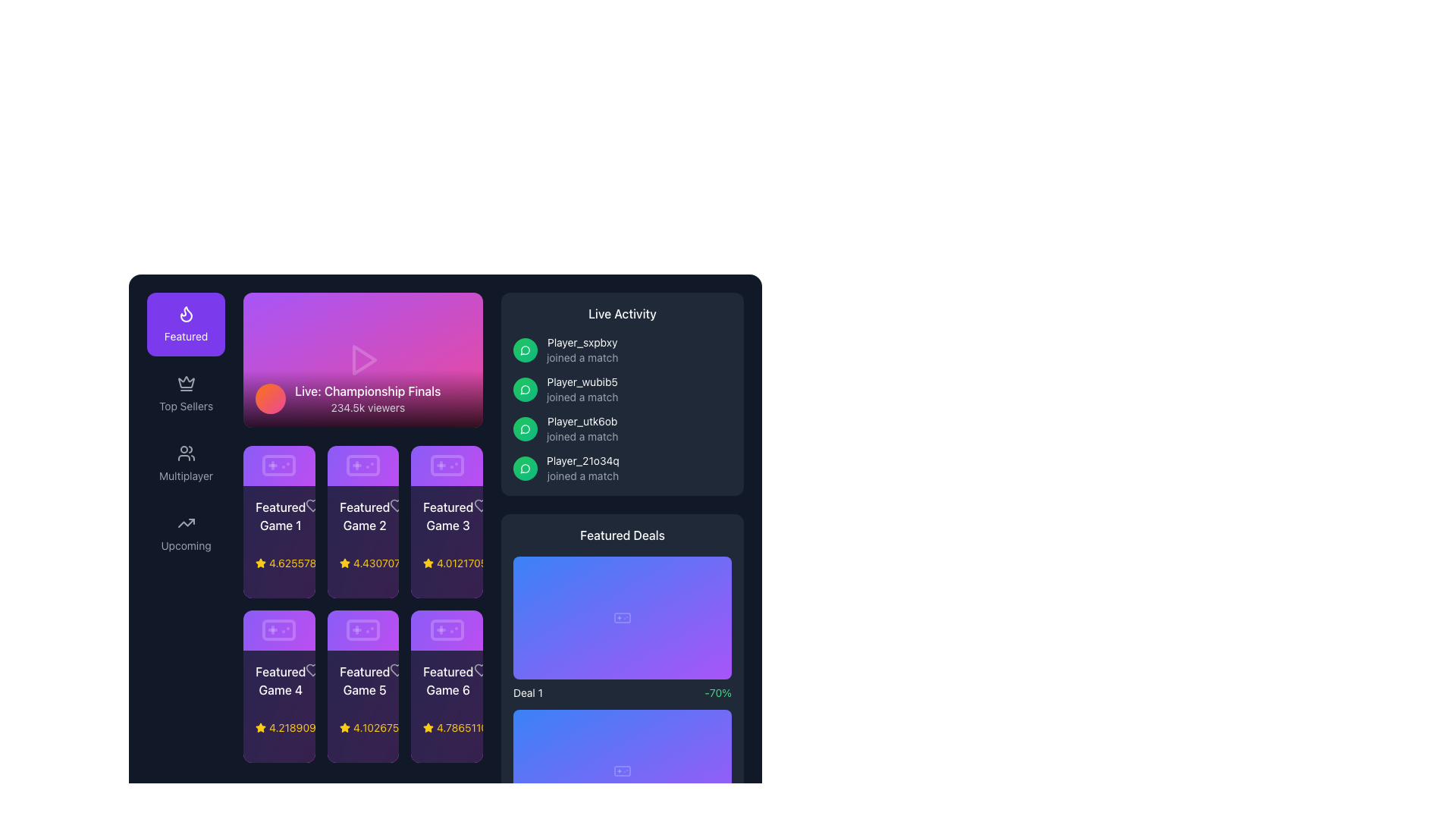 The width and height of the screenshot is (1456, 819). What do you see at coordinates (561, 727) in the screenshot?
I see `the button located at the bottom right of the 'Featured Deals' section` at bounding box center [561, 727].